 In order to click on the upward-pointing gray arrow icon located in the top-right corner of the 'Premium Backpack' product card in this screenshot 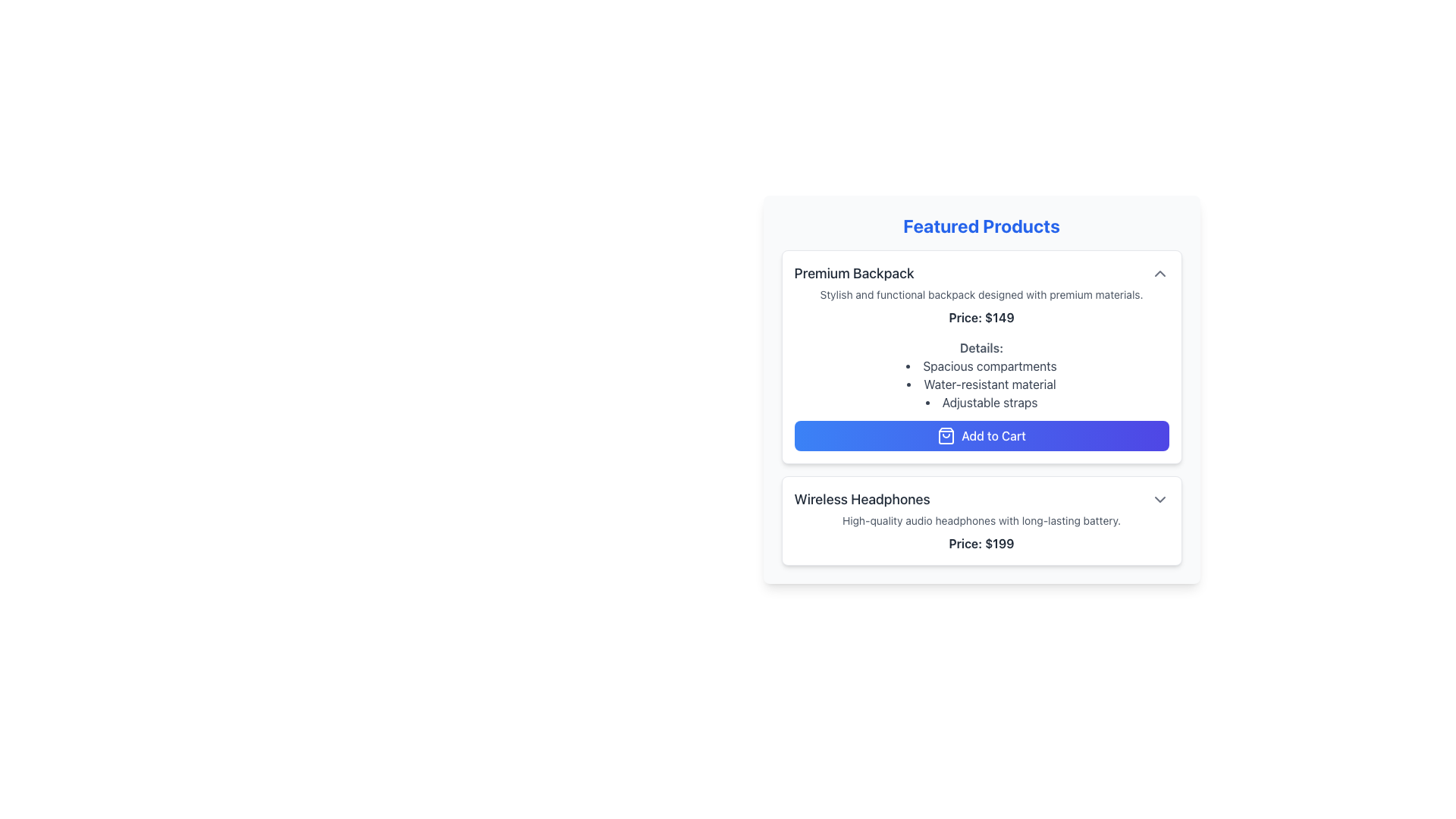, I will do `click(1159, 274)`.